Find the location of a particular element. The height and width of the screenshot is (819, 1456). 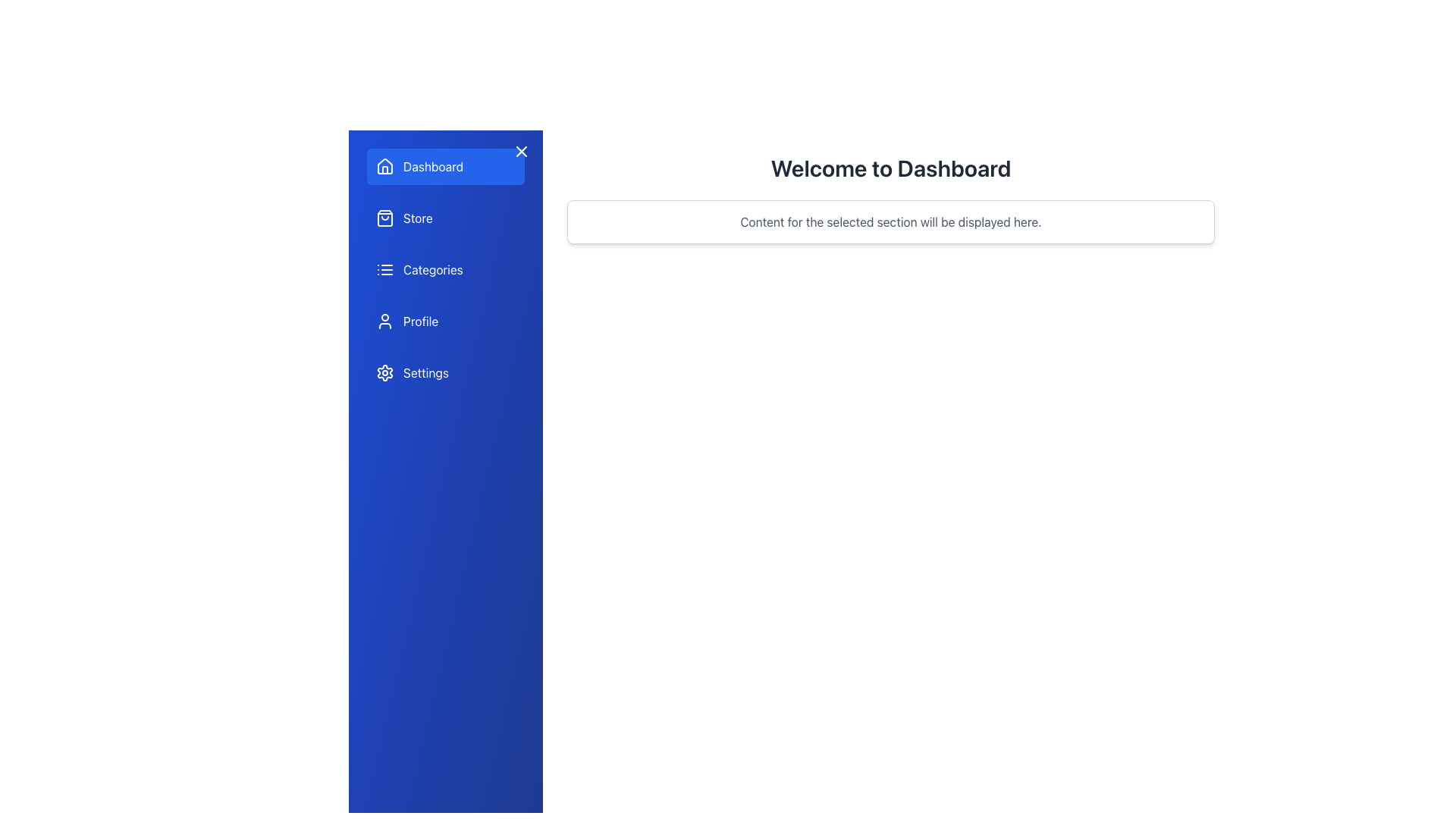

the Interactive menu button, which is the fifth item in the vertical navigation menu on the left side, located below the 'Profile' menu item is located at coordinates (445, 373).